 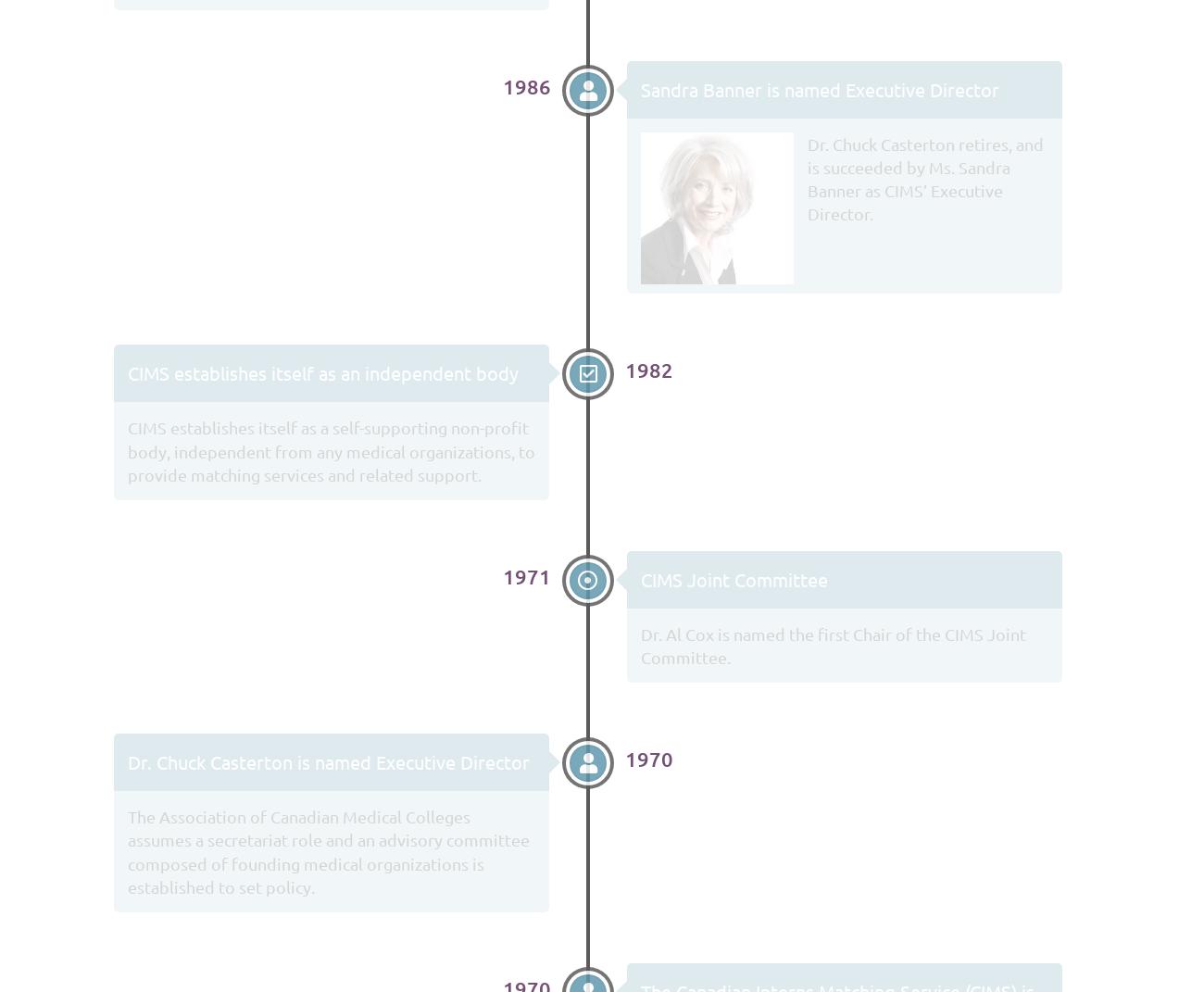 I want to click on 'CIMS establishes itself as an independent body', so click(x=322, y=372).